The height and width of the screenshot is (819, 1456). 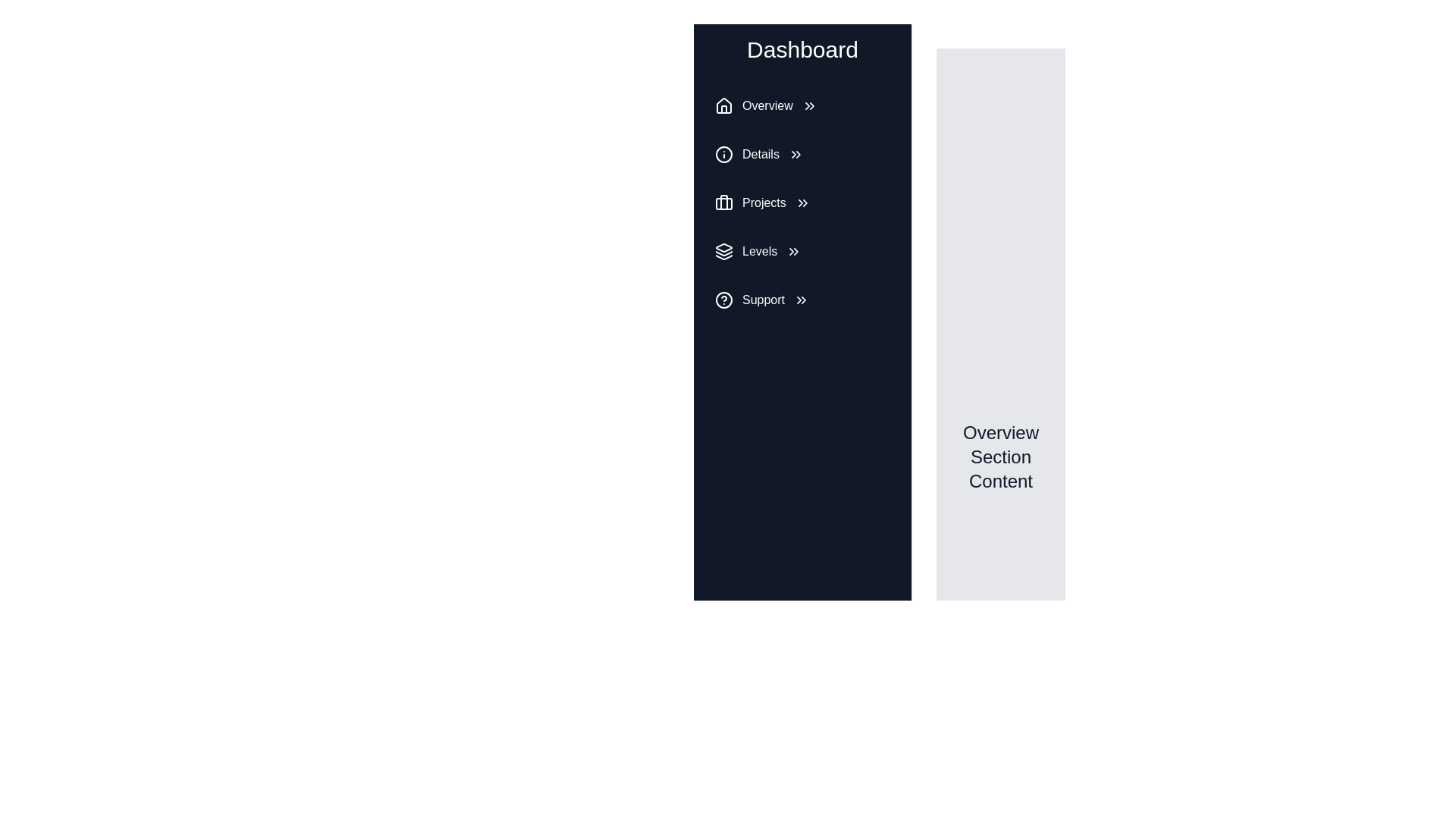 I want to click on the Navigation Button located at the bottom of the sidebar menu, which is the fifth item after 'Overview', 'Details', 'Projects', and 'Levels', so click(x=802, y=300).